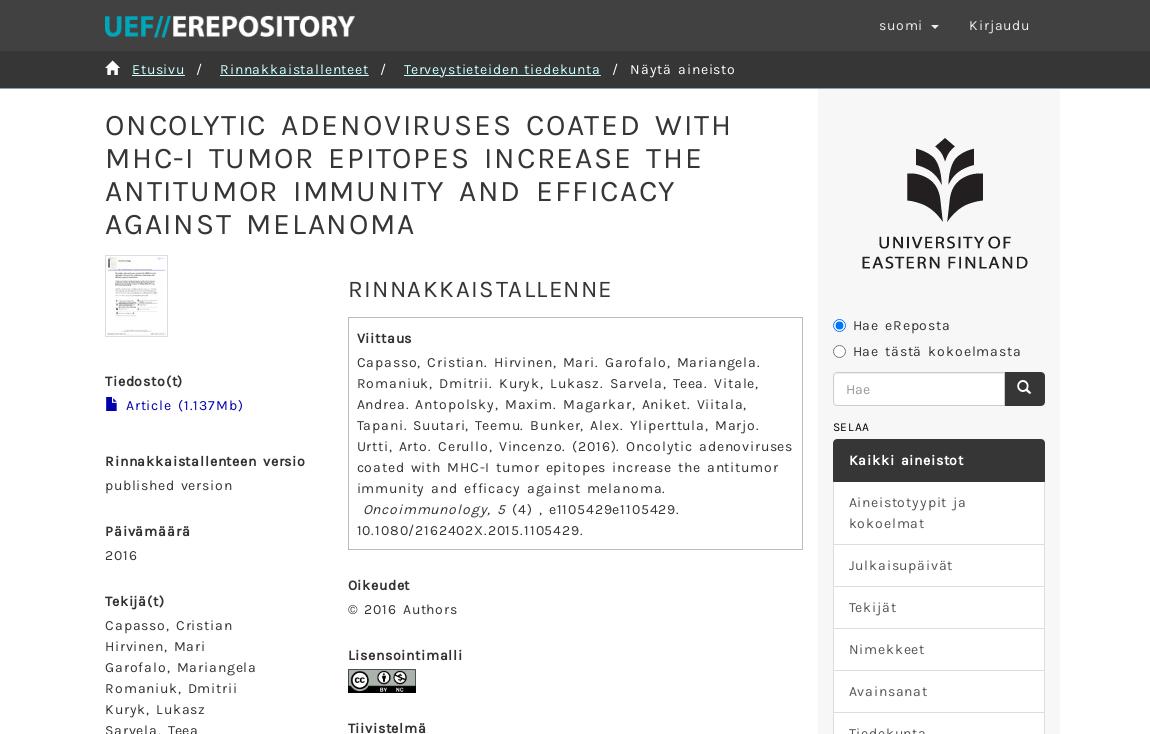  Describe the element at coordinates (907, 511) in the screenshot. I see `'Aineistotyypit ja kokoelmat'` at that location.